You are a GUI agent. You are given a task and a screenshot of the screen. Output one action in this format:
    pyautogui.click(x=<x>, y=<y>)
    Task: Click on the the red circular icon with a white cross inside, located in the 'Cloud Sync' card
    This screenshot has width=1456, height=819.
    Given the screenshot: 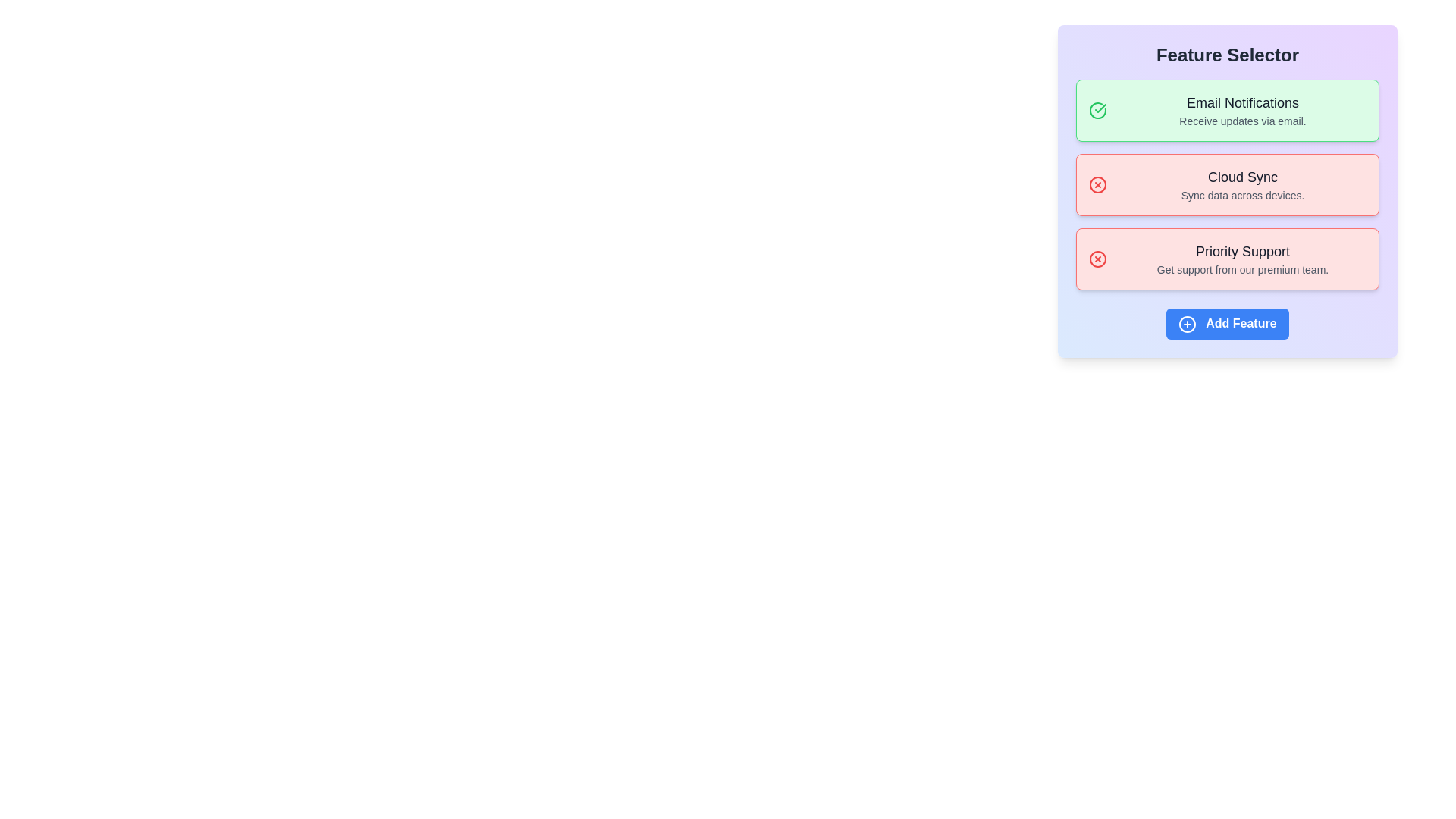 What is the action you would take?
    pyautogui.click(x=1098, y=184)
    